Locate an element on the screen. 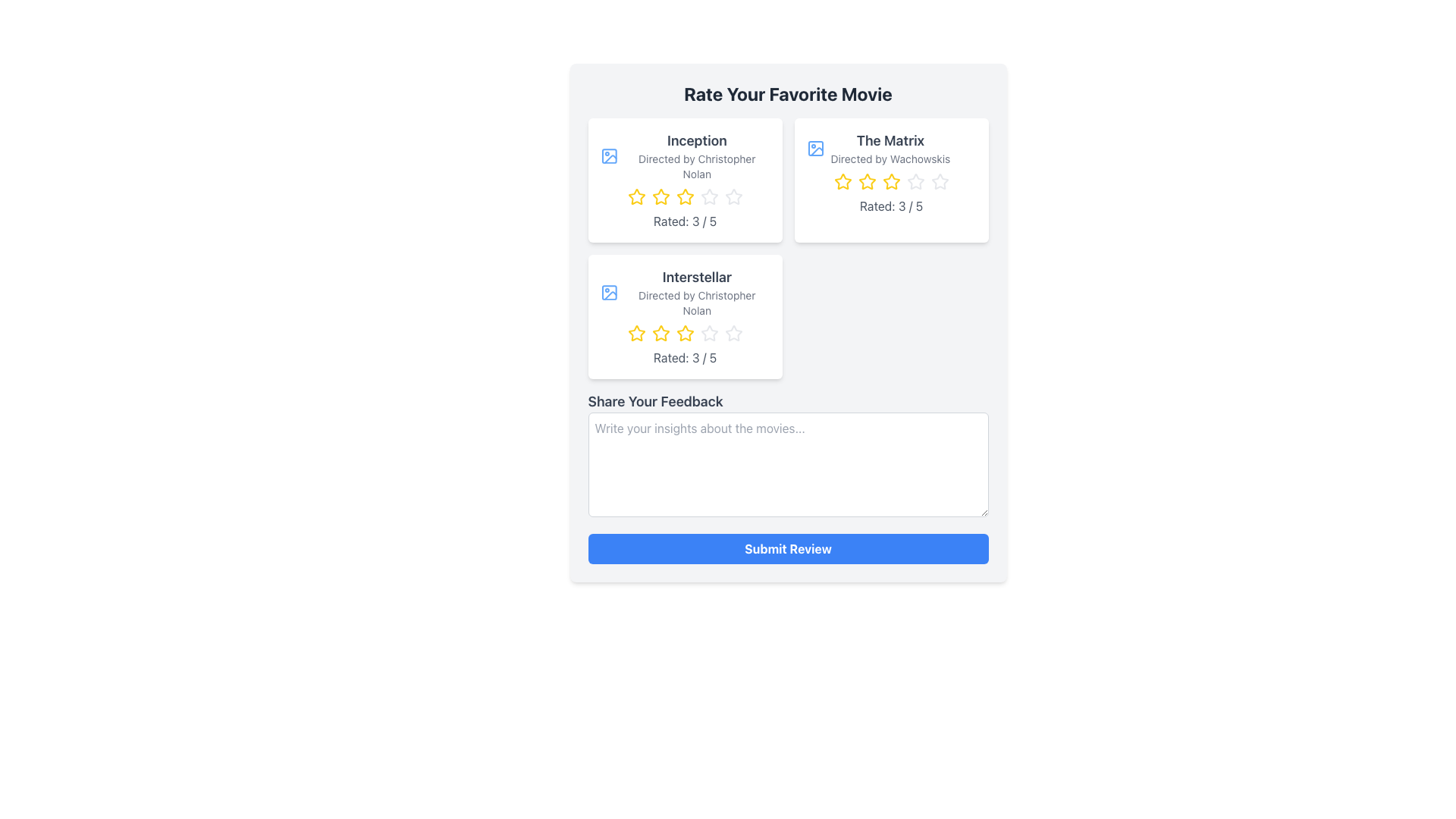 The image size is (1456, 819). the SVG graphical element, which is a rounded rectangle located in the left section of the card for the movie 'Interstellar', positioned within an SVG structure is located at coordinates (609, 292).